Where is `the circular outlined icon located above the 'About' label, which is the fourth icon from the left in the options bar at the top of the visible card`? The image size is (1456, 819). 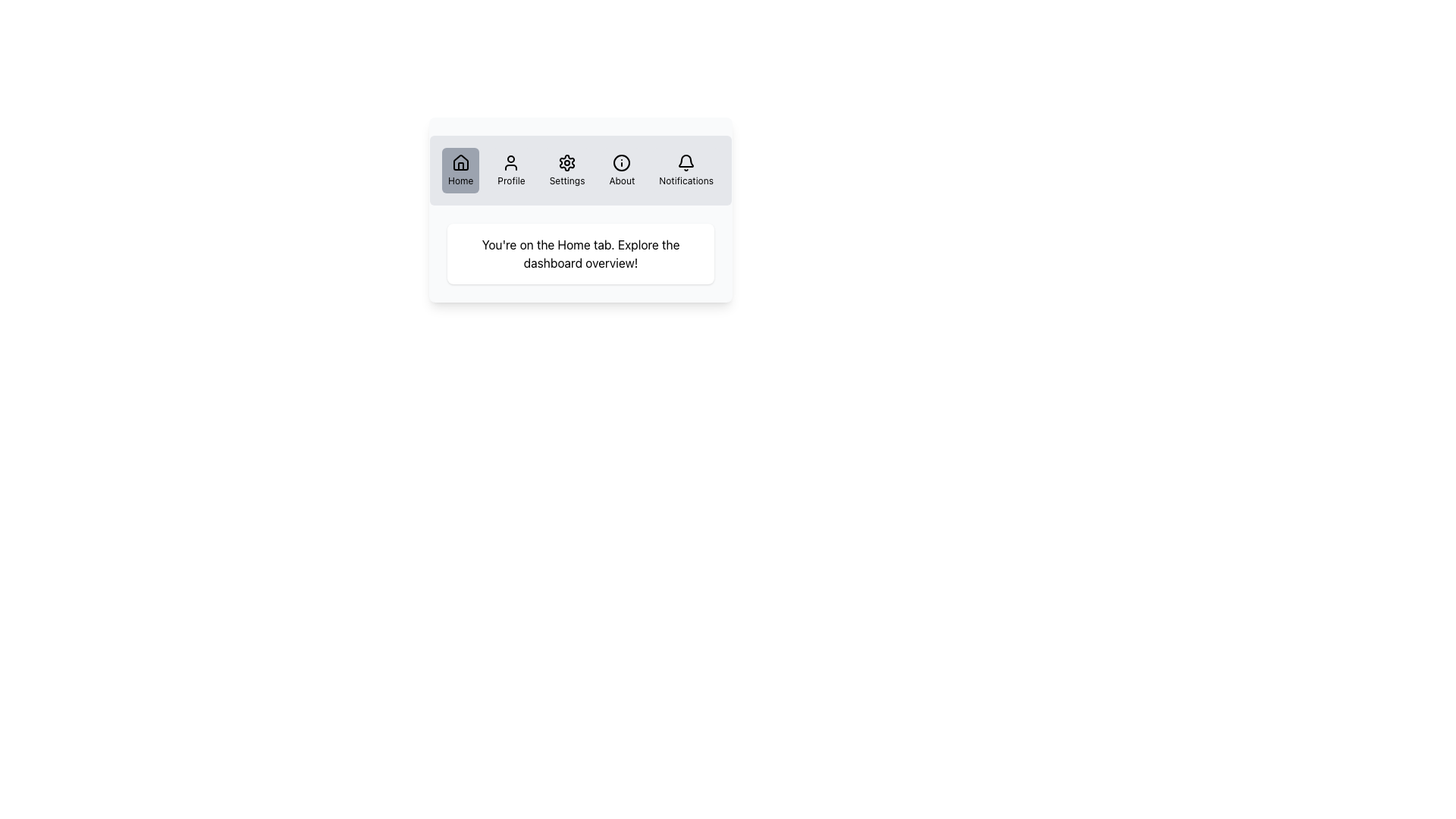
the circular outlined icon located above the 'About' label, which is the fourth icon from the left in the options bar at the top of the visible card is located at coordinates (622, 163).